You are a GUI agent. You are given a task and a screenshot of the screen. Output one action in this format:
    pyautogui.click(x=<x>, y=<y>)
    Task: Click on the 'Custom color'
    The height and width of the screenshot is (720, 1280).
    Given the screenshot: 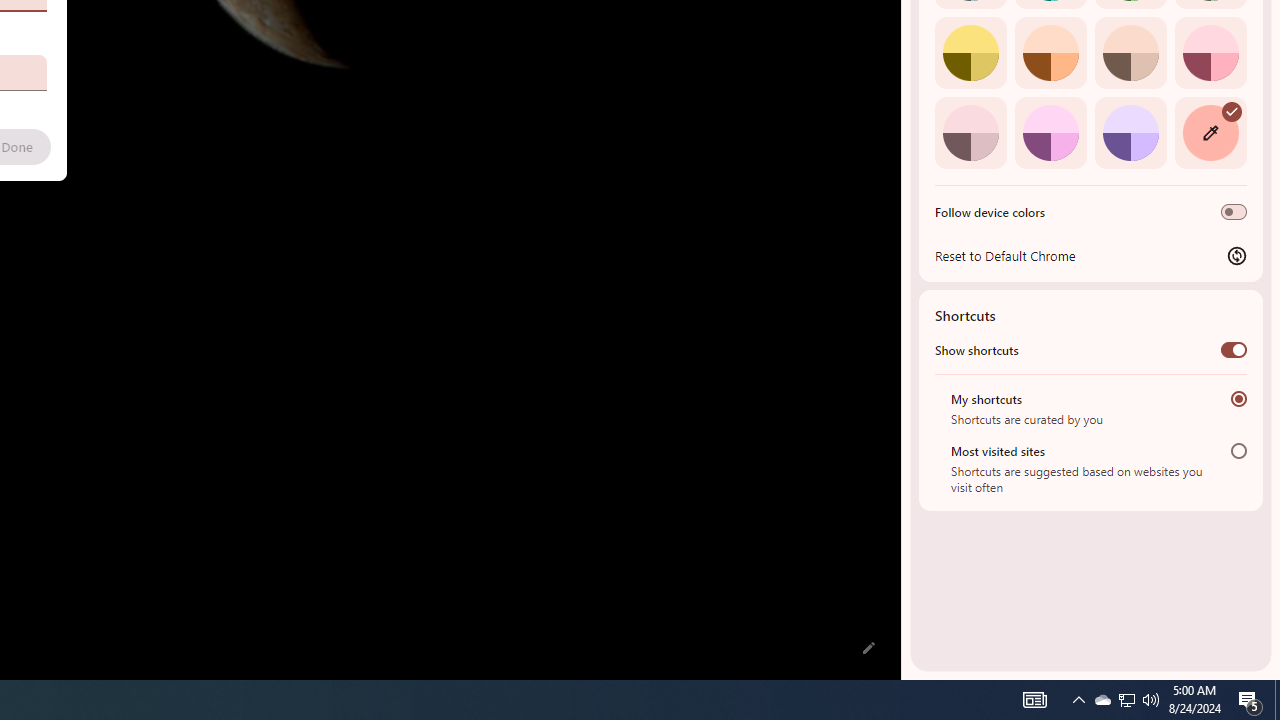 What is the action you would take?
    pyautogui.click(x=1209, y=132)
    